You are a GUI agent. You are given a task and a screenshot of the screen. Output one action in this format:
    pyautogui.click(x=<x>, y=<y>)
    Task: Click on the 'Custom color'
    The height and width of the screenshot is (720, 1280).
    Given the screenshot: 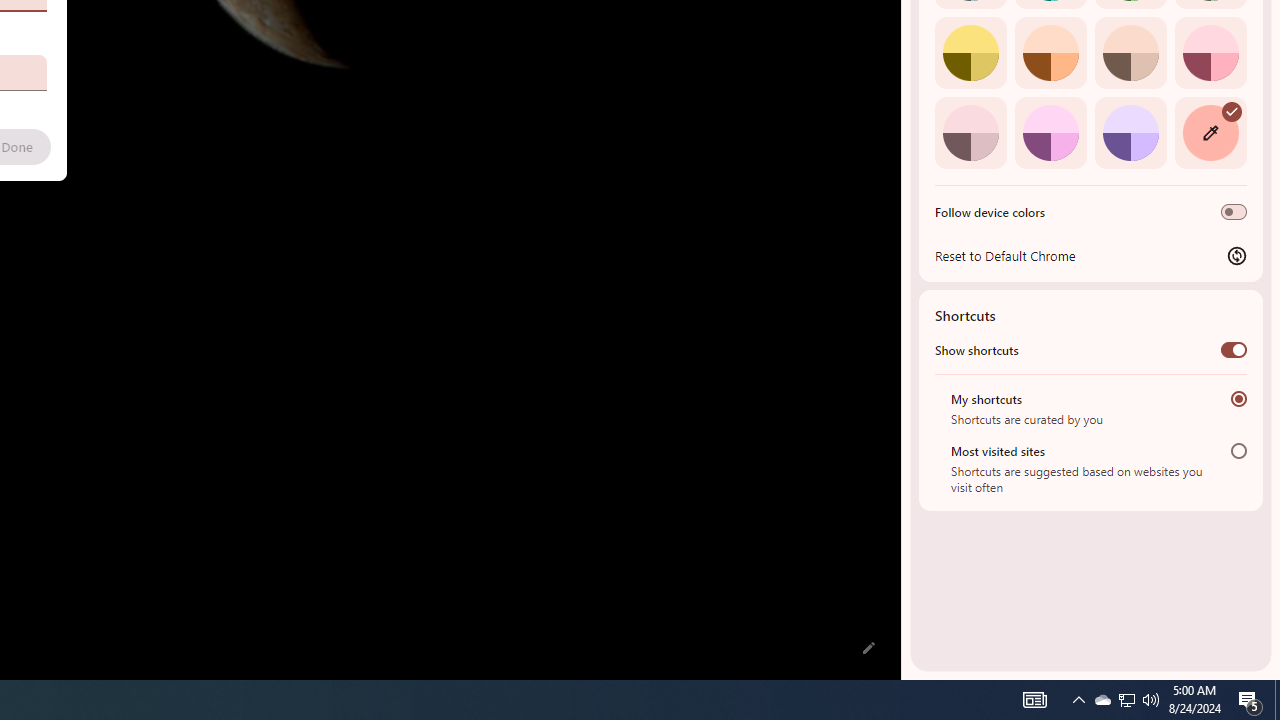 What is the action you would take?
    pyautogui.click(x=1209, y=132)
    